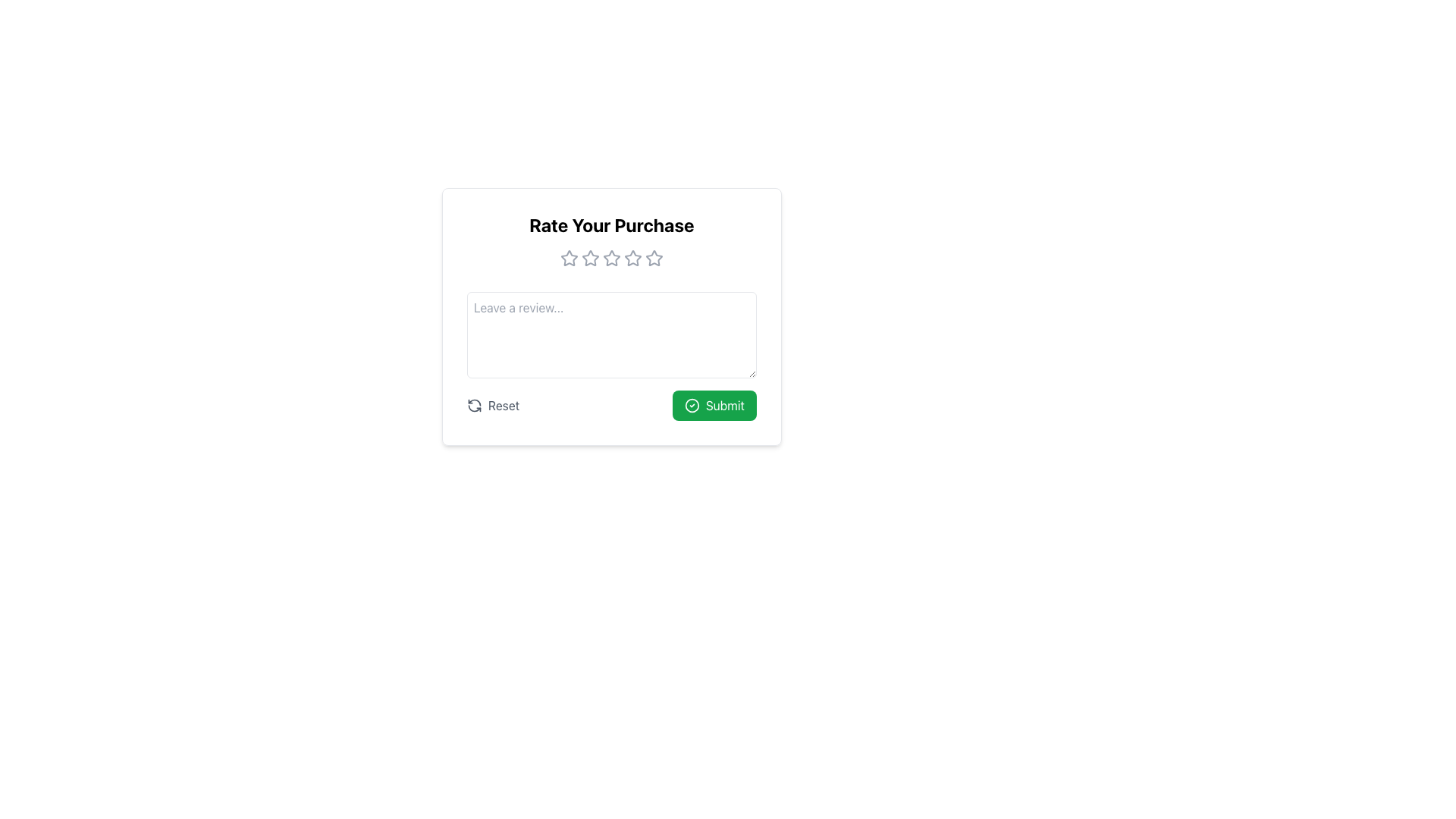 This screenshot has width=1456, height=819. What do you see at coordinates (611, 257) in the screenshot?
I see `the third star in the star rating control` at bounding box center [611, 257].